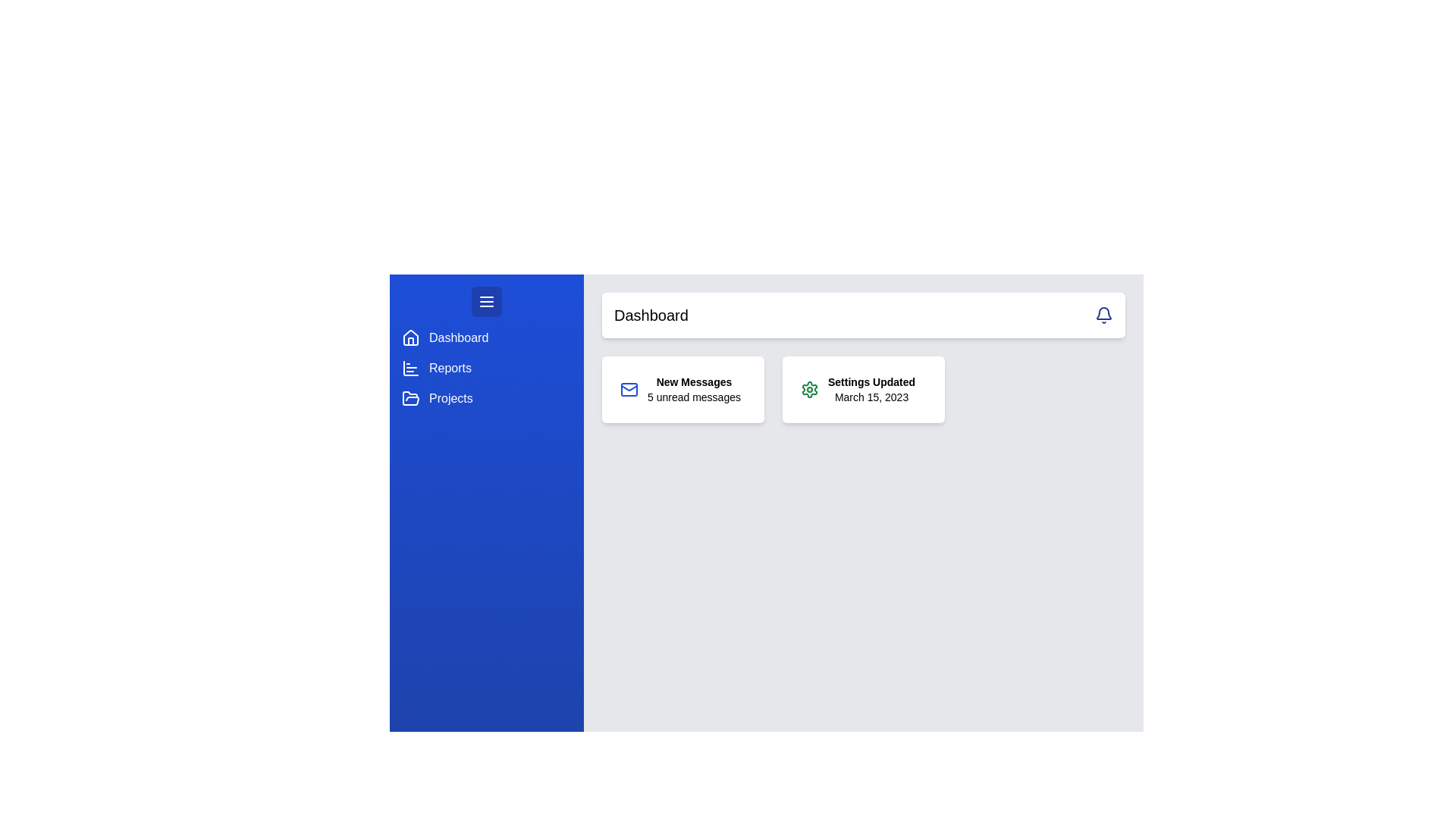 Image resolution: width=1456 pixels, height=819 pixels. I want to click on the 'Projects' menu item, so click(487, 397).